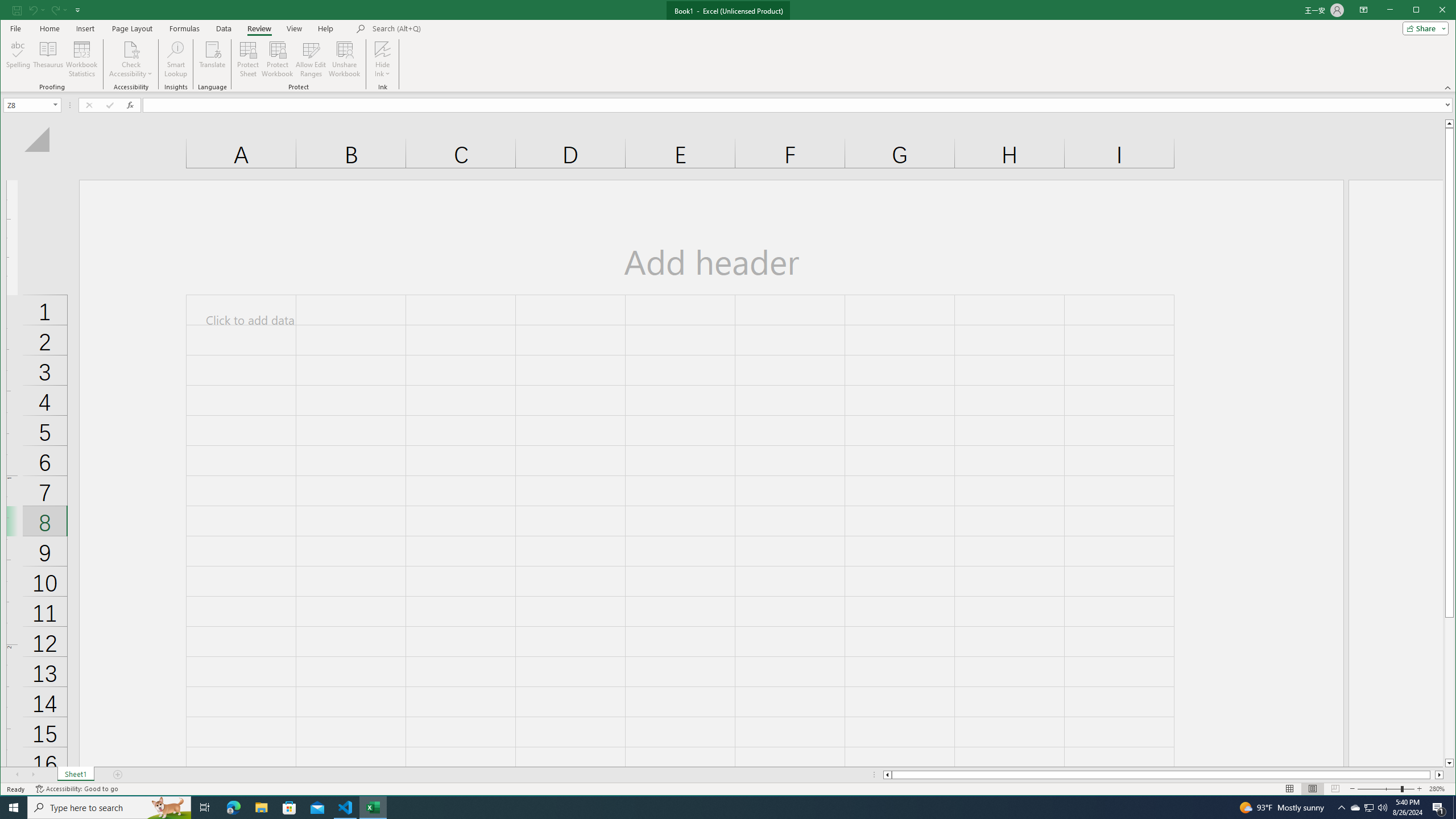 The image size is (1456, 819). What do you see at coordinates (176, 59) in the screenshot?
I see `'Smart Lookup'` at bounding box center [176, 59].